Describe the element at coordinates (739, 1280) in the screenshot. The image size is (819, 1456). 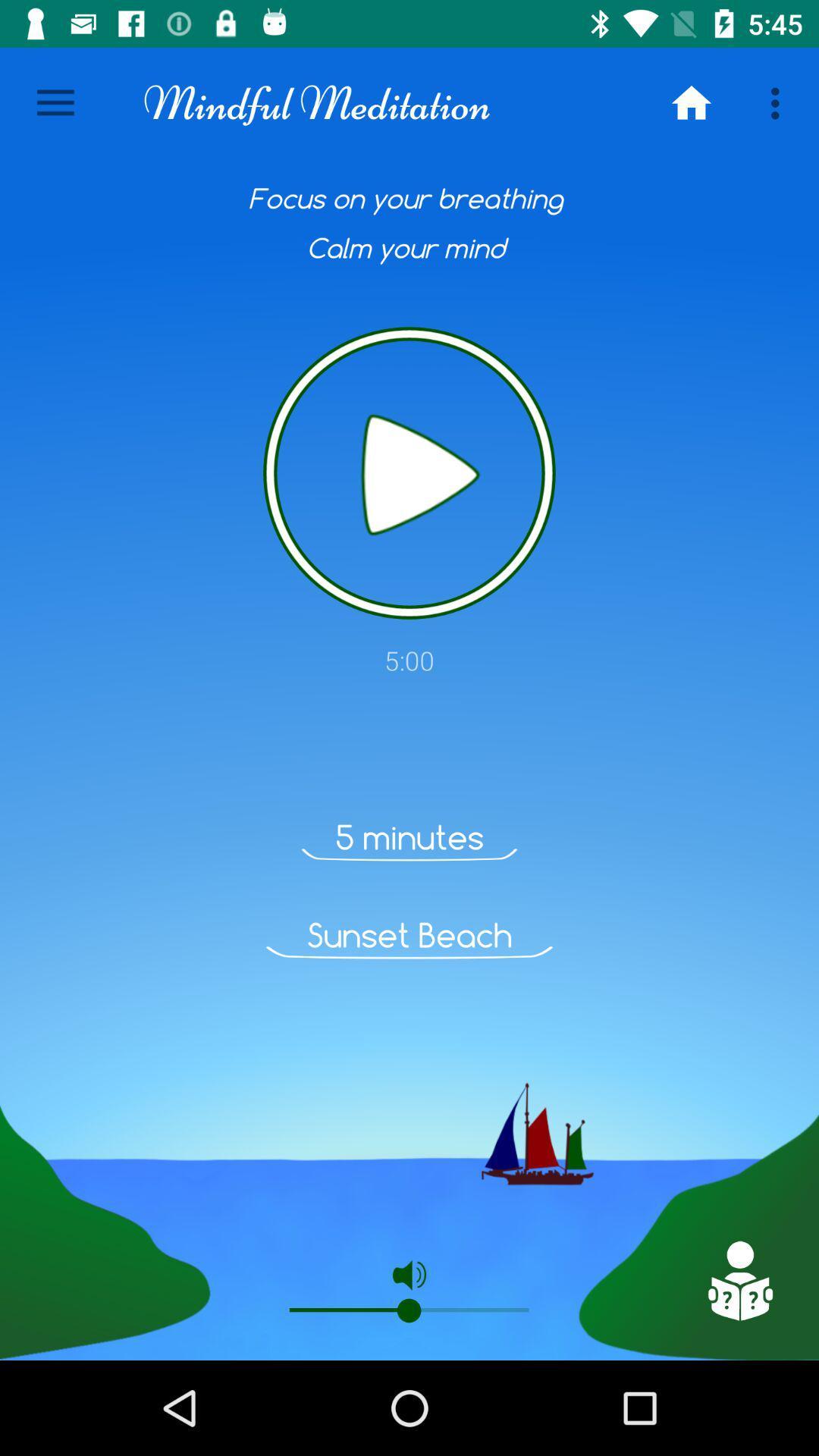
I see `the item at the bottom right corner` at that location.